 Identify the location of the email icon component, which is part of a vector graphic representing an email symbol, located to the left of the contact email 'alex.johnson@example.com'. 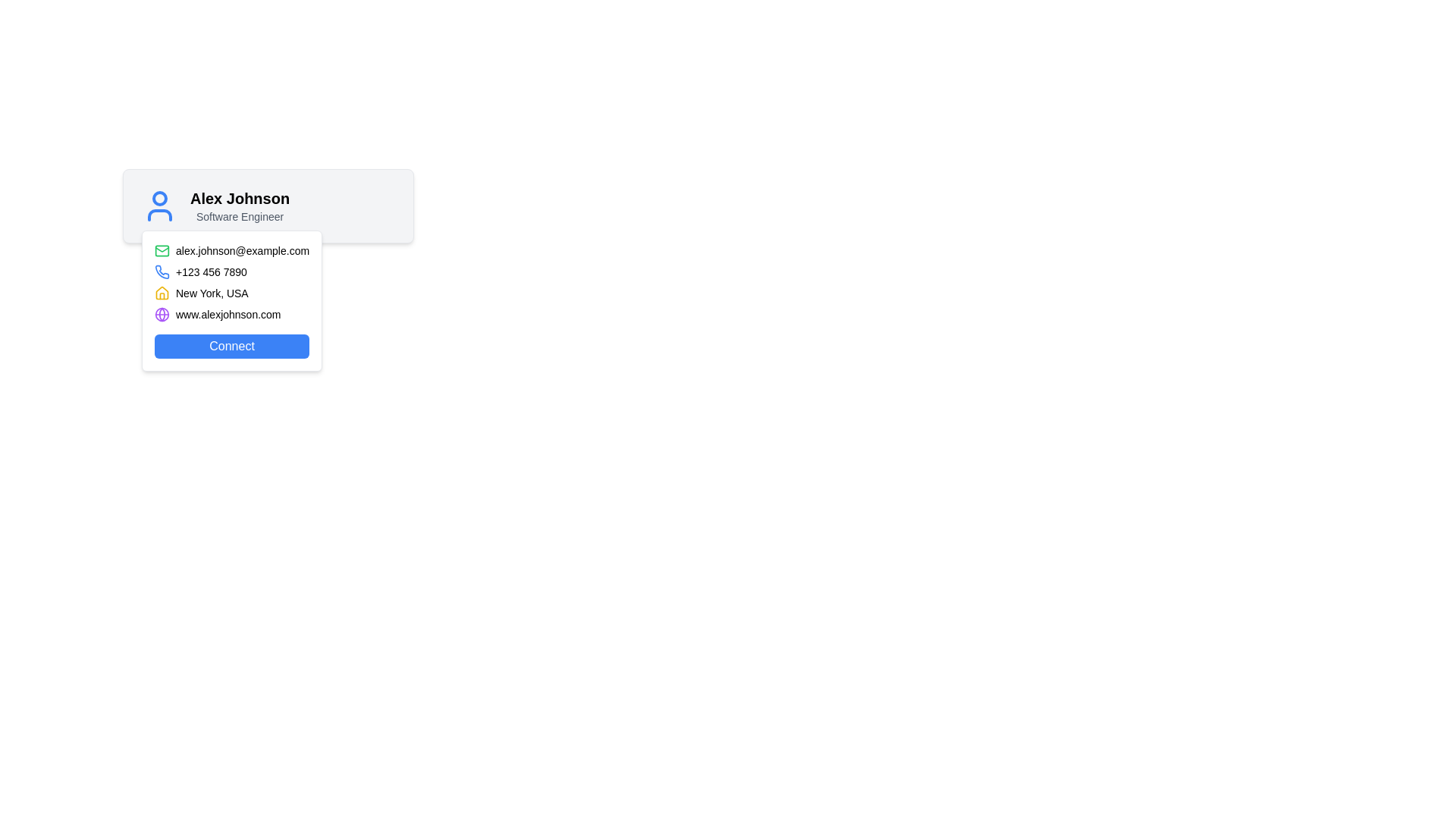
(162, 250).